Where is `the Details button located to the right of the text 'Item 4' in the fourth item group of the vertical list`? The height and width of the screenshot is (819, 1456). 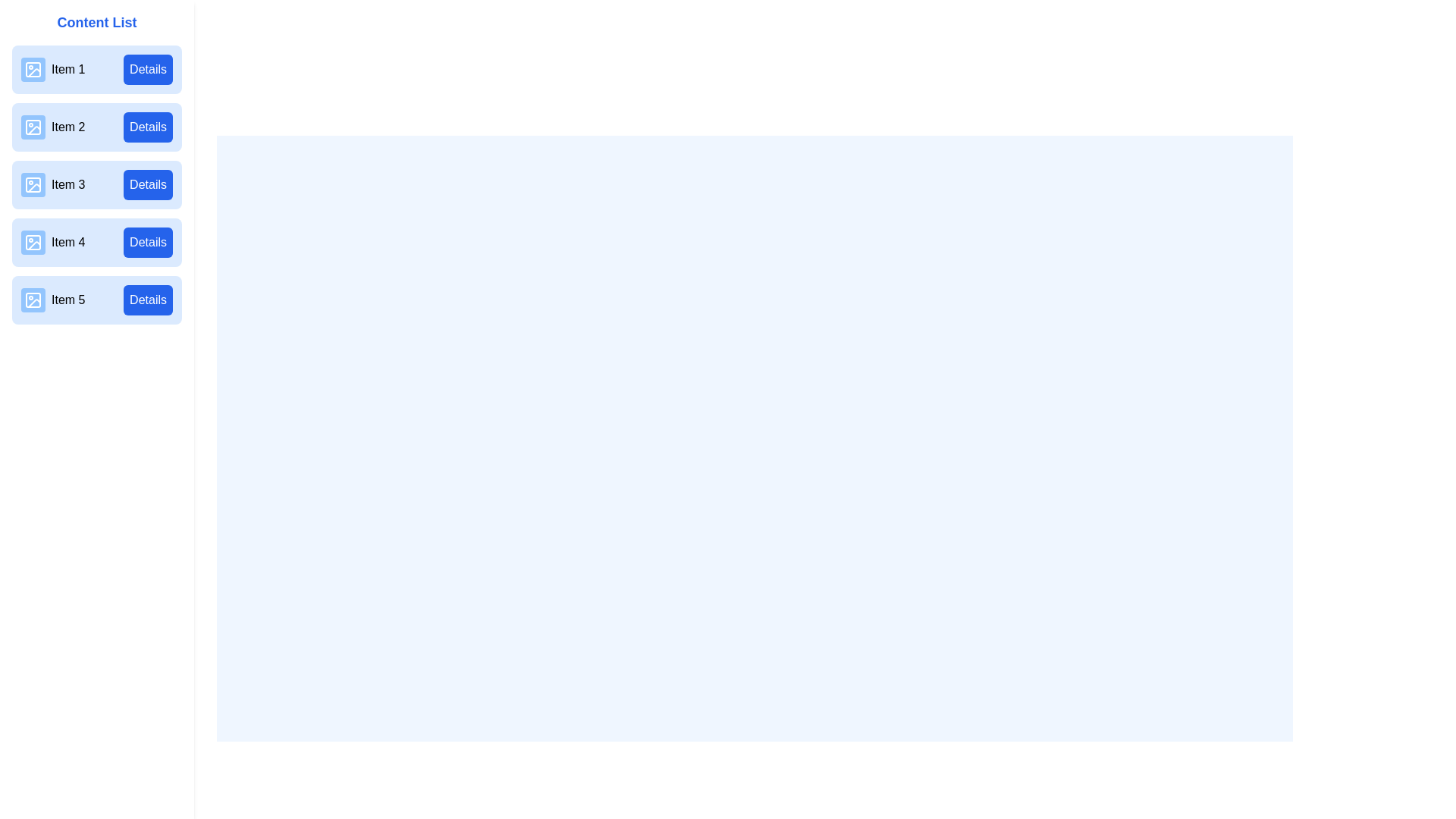
the Details button located to the right of the text 'Item 4' in the fourth item group of the vertical list is located at coordinates (148, 242).